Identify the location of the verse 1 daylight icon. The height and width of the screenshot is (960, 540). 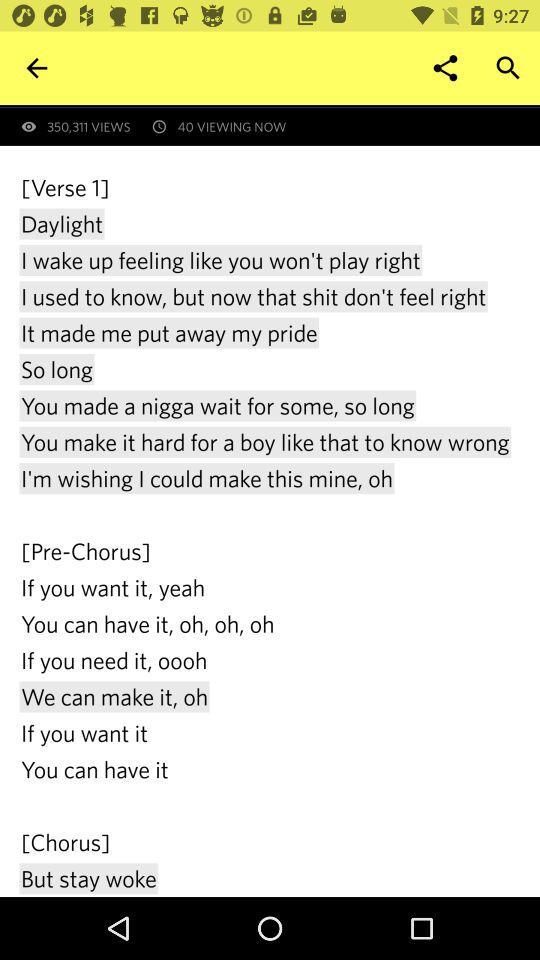
(270, 533).